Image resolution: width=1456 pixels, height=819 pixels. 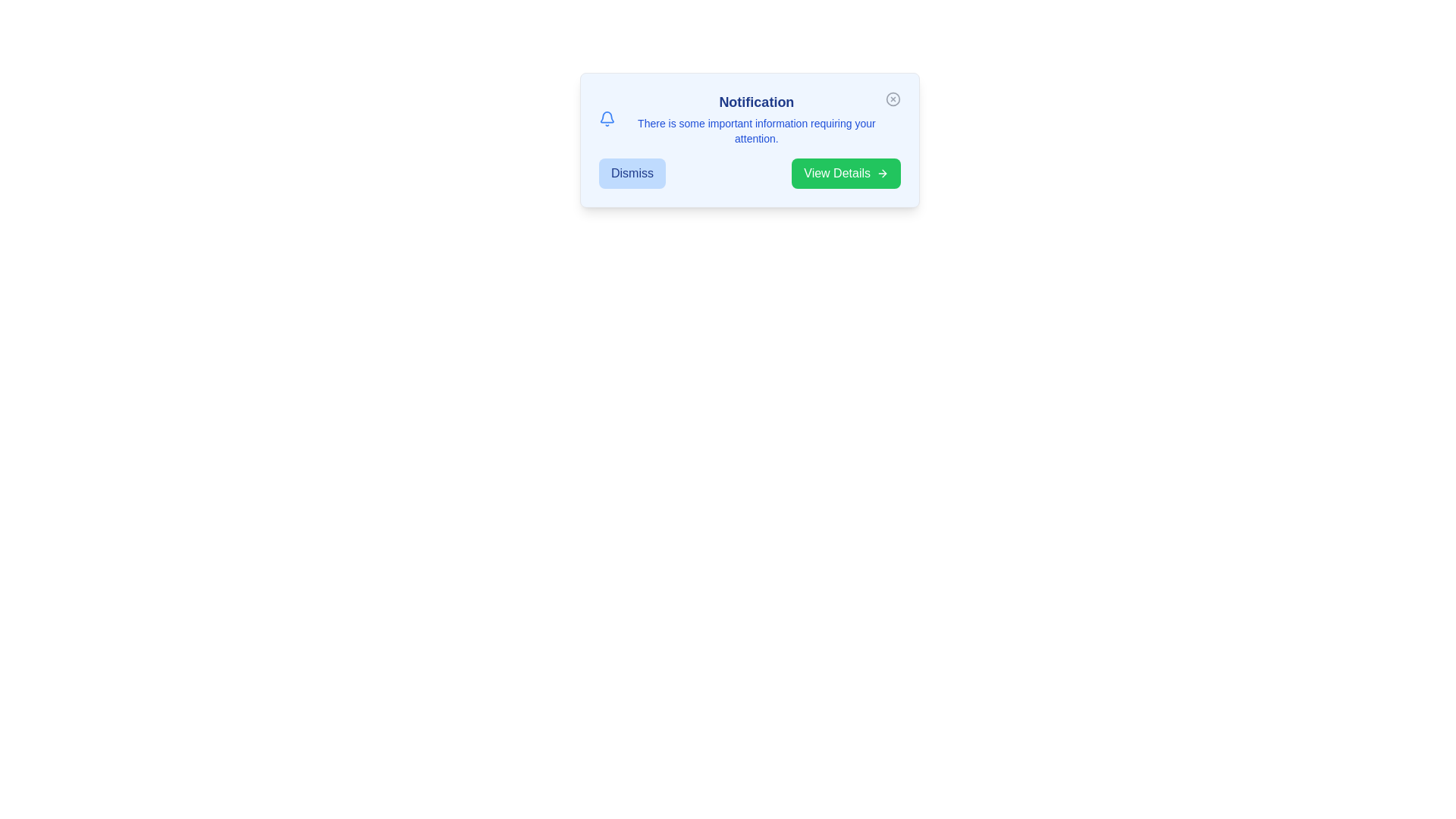 I want to click on 'Dismiss' button to dismiss the alert, so click(x=632, y=172).